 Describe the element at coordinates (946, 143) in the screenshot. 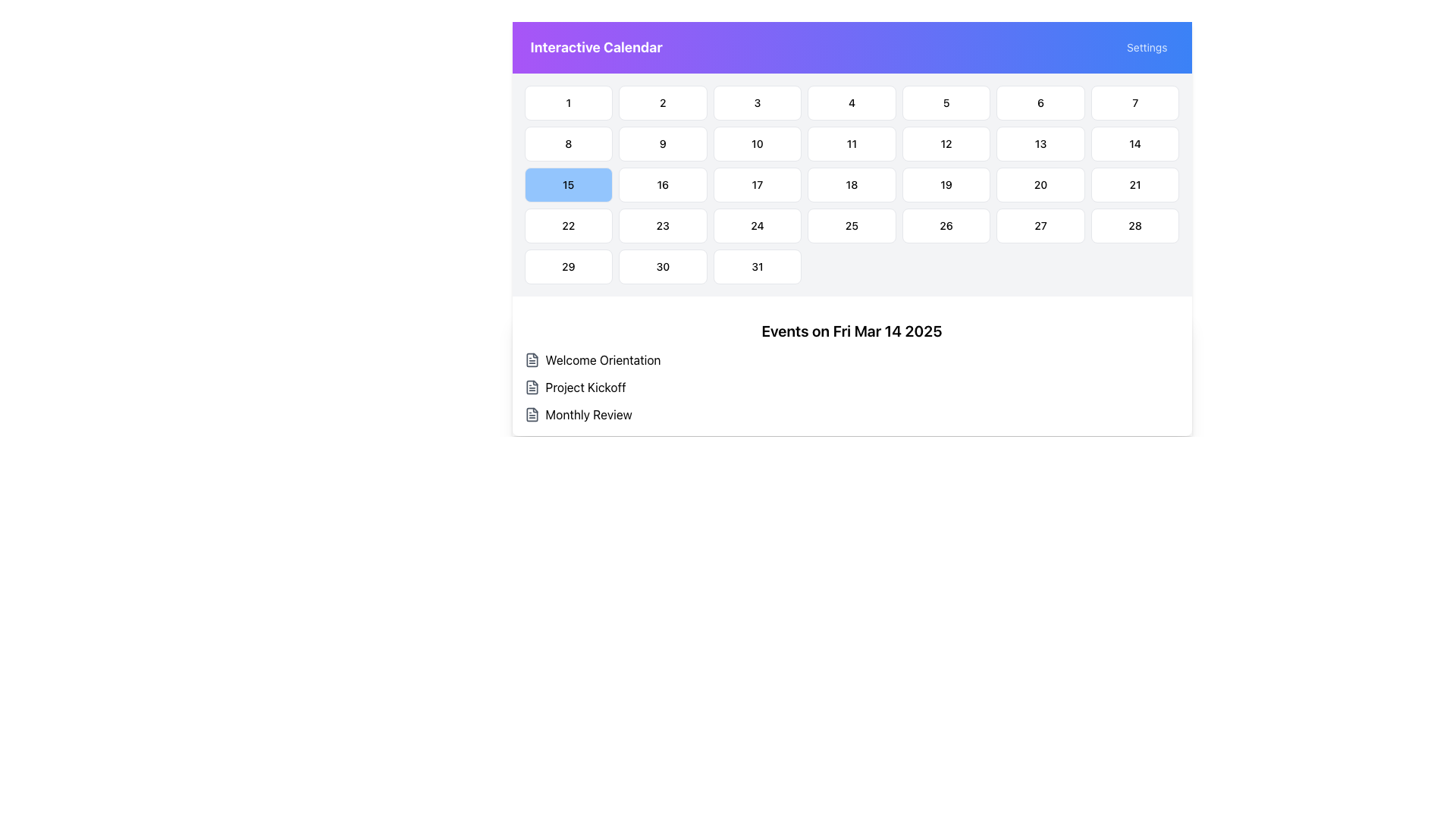

I see `the text value displayed in the Text Label showing the number '12', which is located in the fifth row and twelfth column of the calendar grid` at that location.